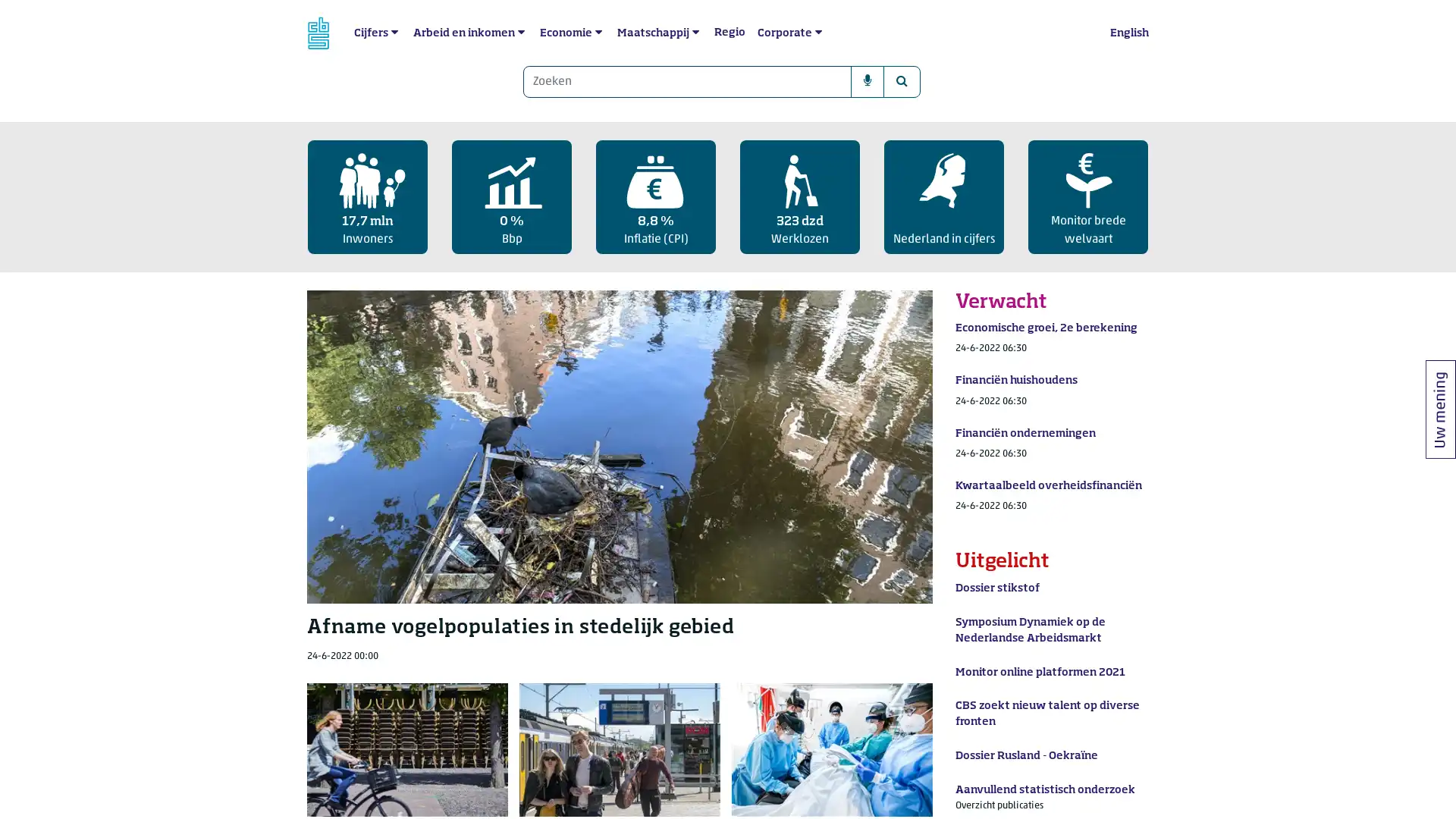  I want to click on Zoeken, so click(902, 82).